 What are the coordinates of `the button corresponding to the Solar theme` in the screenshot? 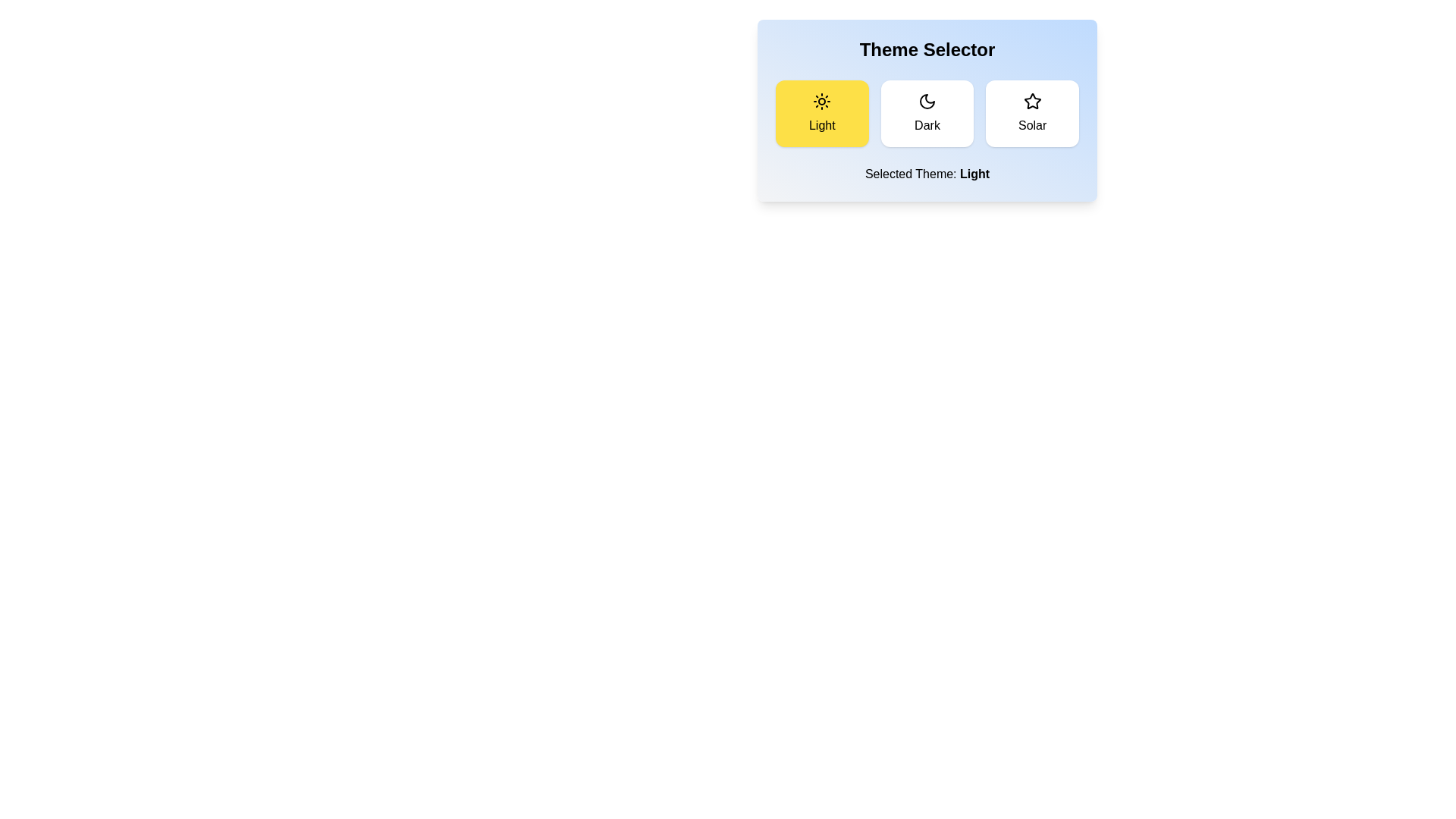 It's located at (1032, 113).